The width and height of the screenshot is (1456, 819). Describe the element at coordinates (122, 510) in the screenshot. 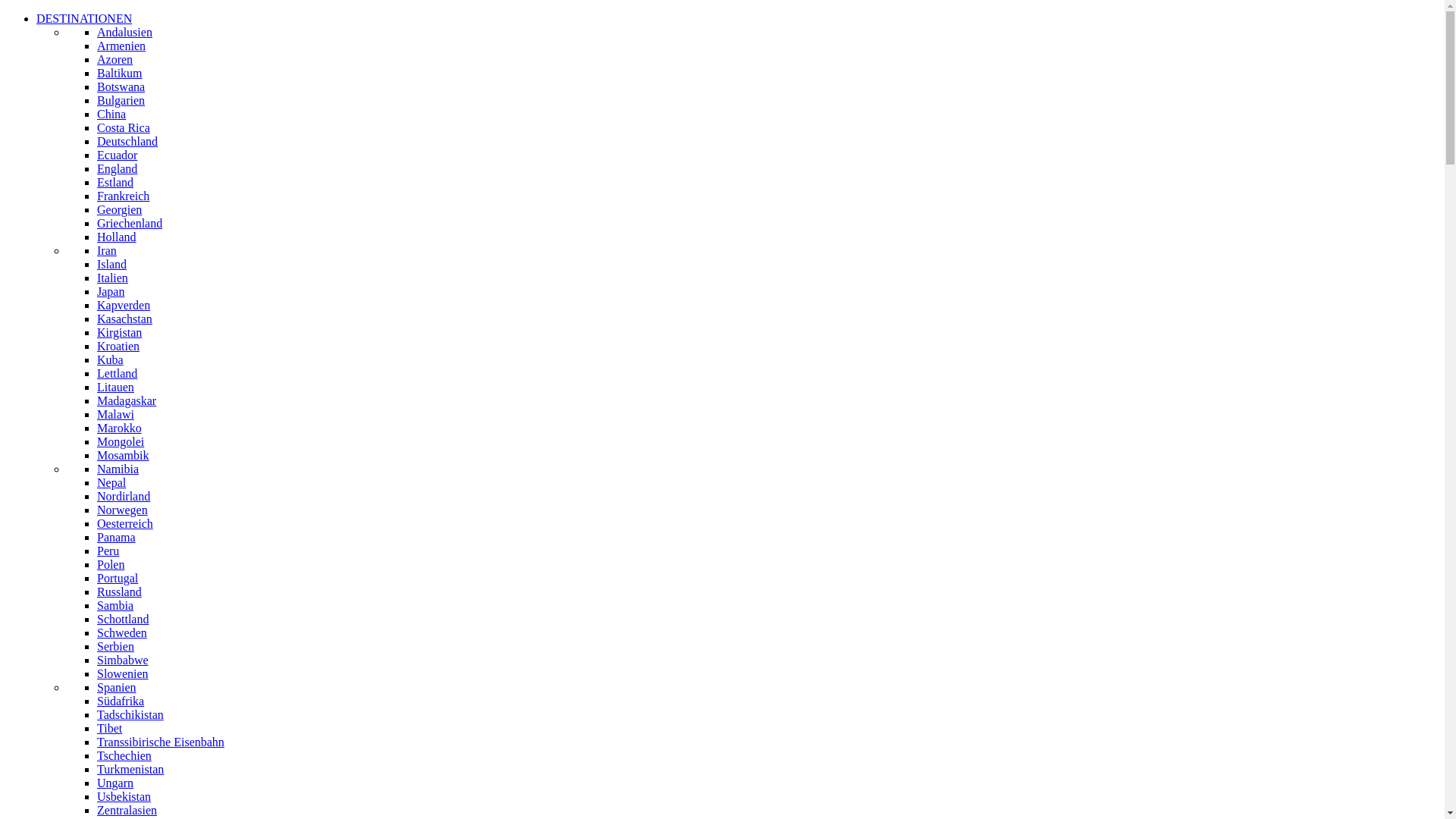

I see `'Norwegen'` at that location.